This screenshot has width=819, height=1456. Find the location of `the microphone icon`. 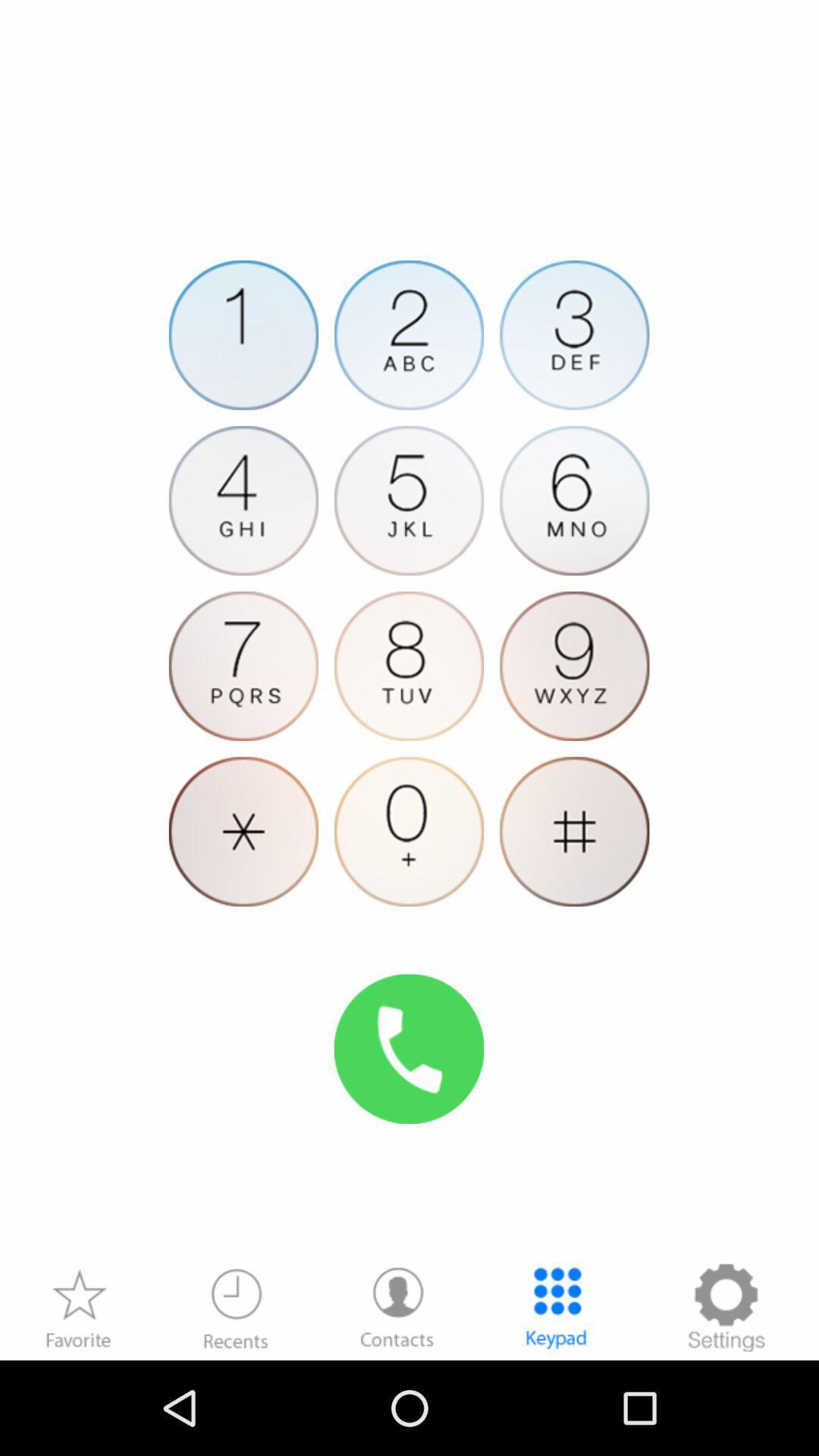

the microphone icon is located at coordinates (408, 890).